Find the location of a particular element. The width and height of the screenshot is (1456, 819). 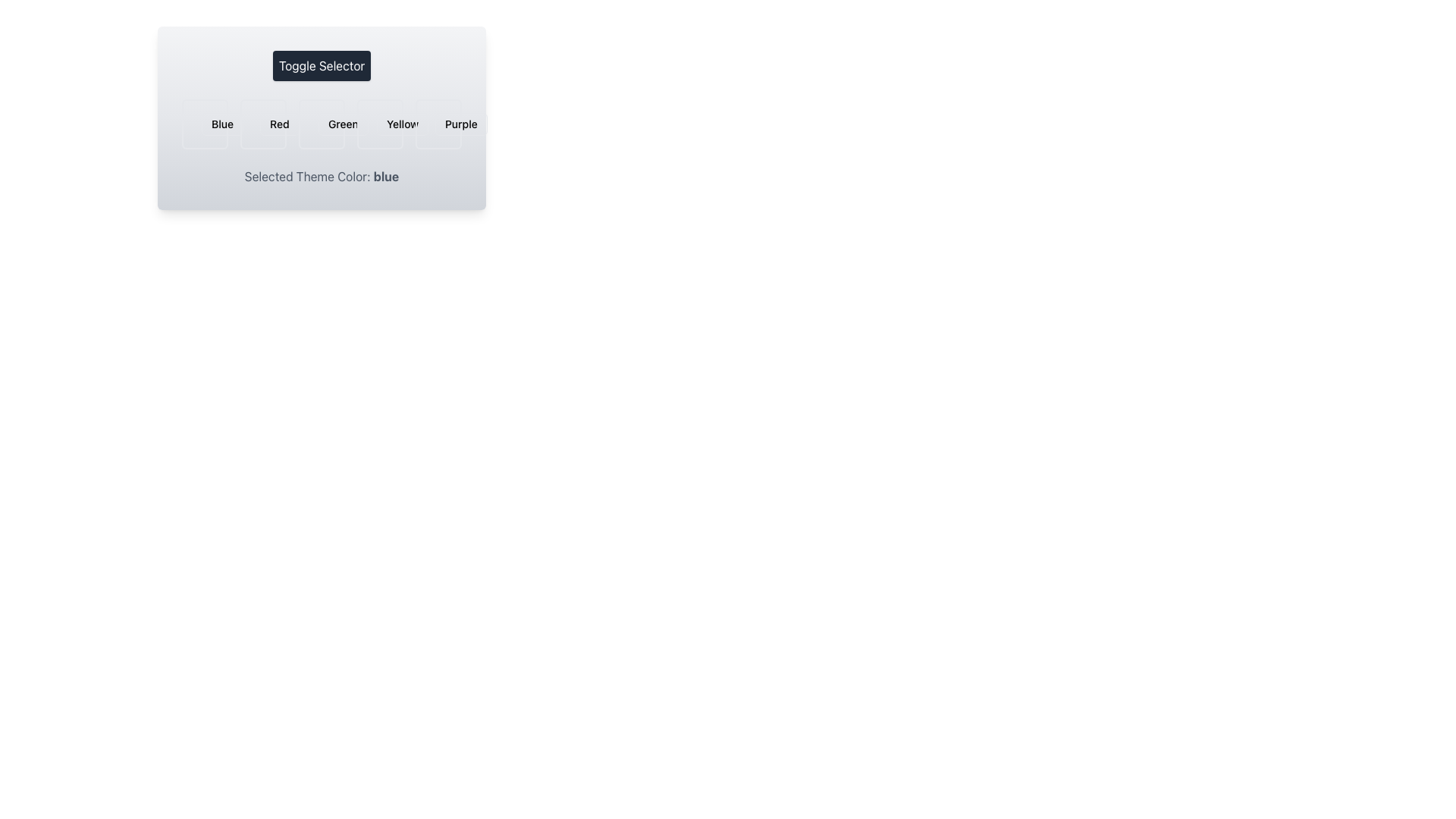

the 'yellow' button, which is a rectangular button with rounded corners, light yellow background, and black text is located at coordinates (403, 124).